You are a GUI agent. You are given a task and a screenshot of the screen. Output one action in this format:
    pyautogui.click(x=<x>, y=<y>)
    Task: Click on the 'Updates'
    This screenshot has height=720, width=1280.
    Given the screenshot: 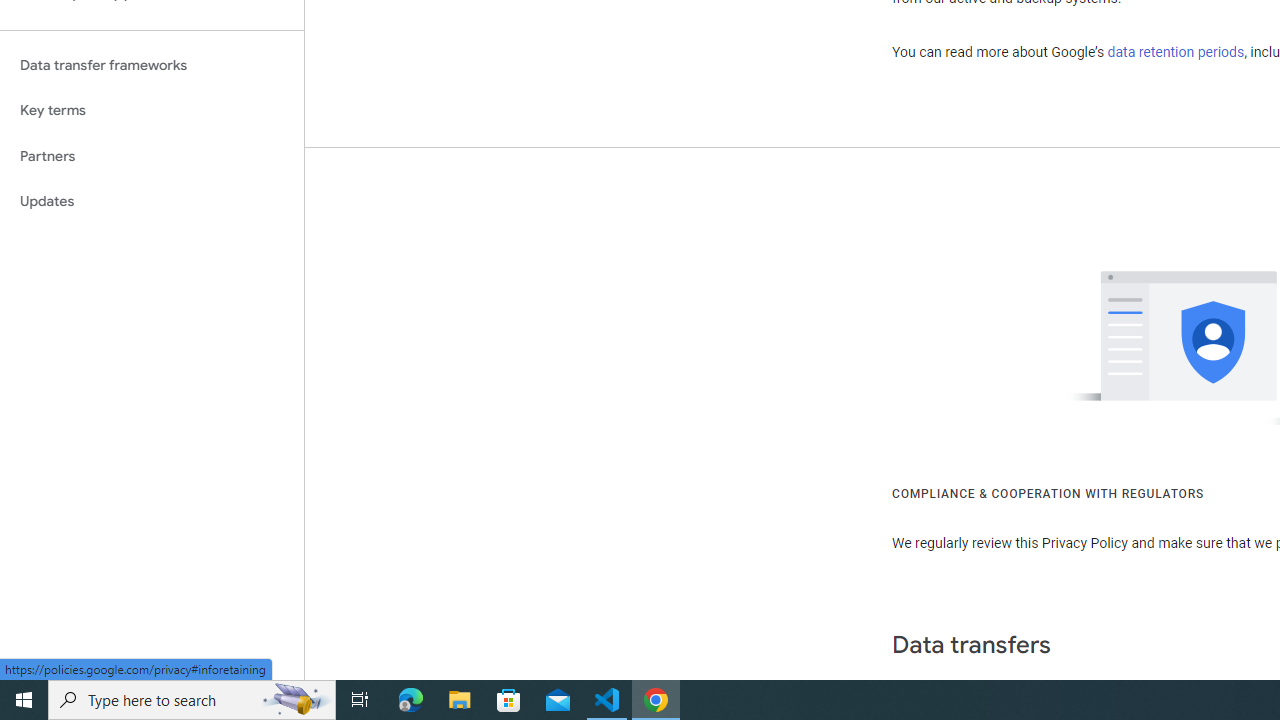 What is the action you would take?
    pyautogui.click(x=151, y=201)
    